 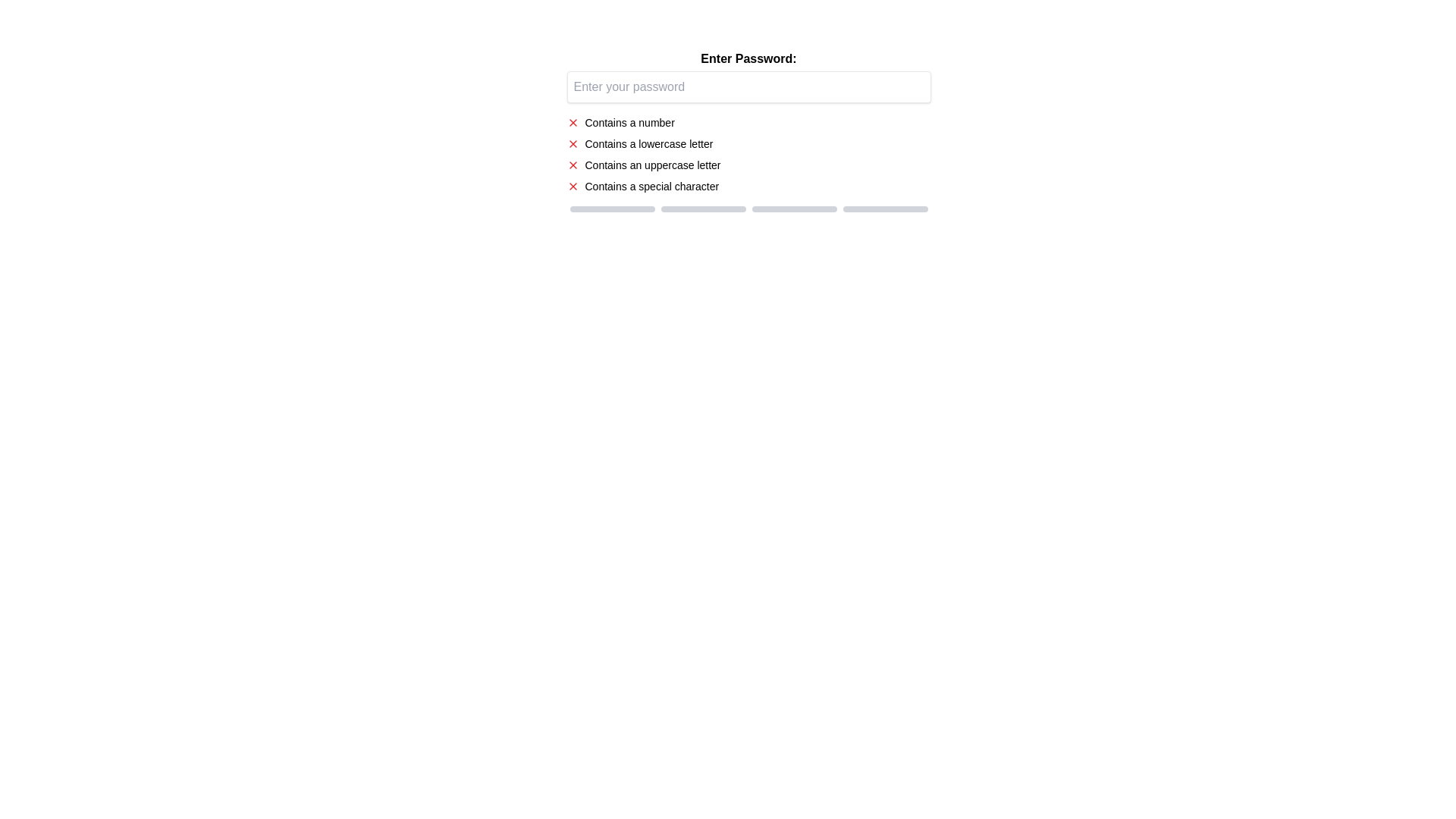 I want to click on text element displaying 'Contains an uppercase letter', which is the third item in the password criteria checklist, so click(x=652, y=165).